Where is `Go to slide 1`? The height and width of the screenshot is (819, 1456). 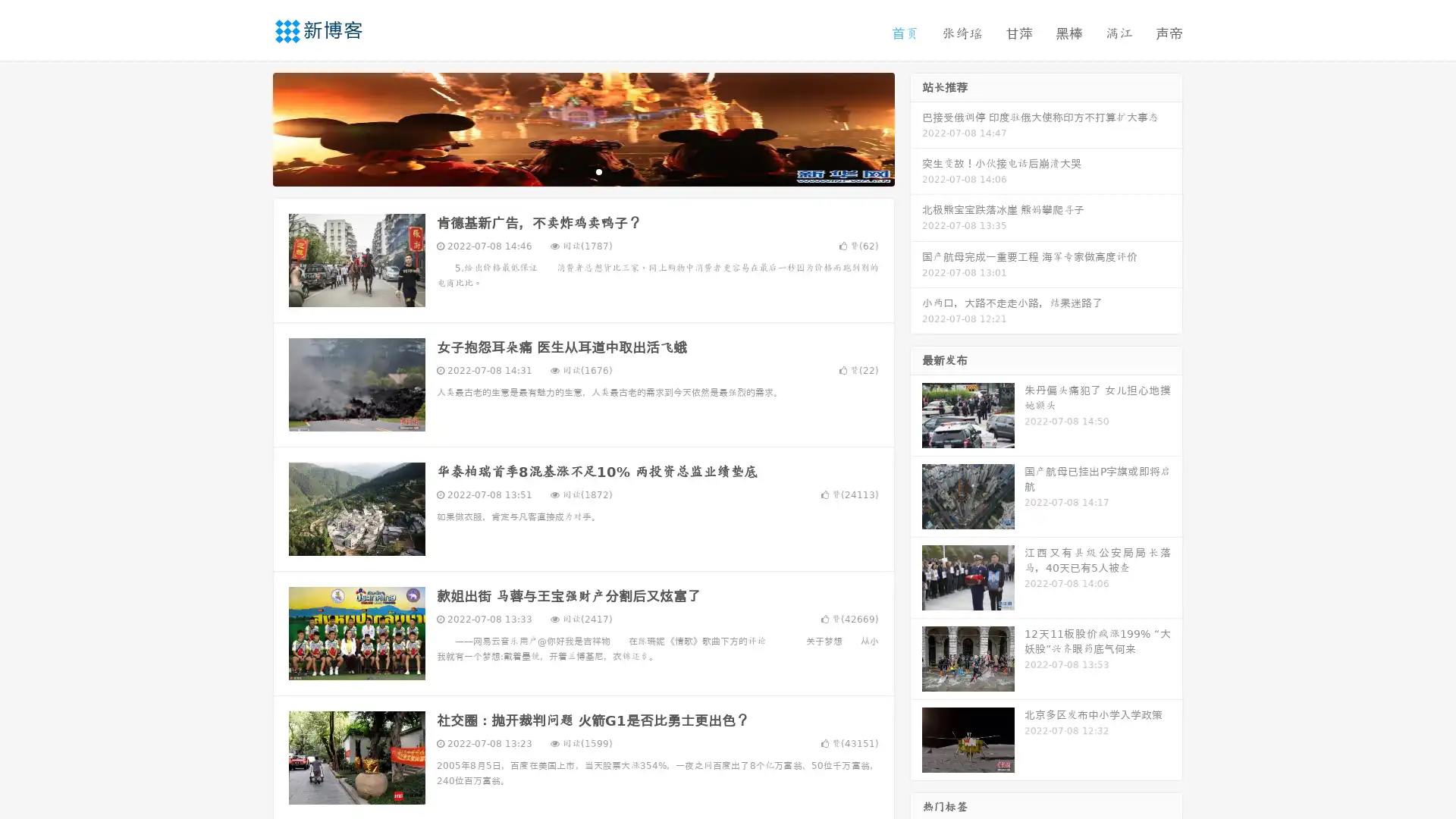
Go to slide 1 is located at coordinates (567, 171).